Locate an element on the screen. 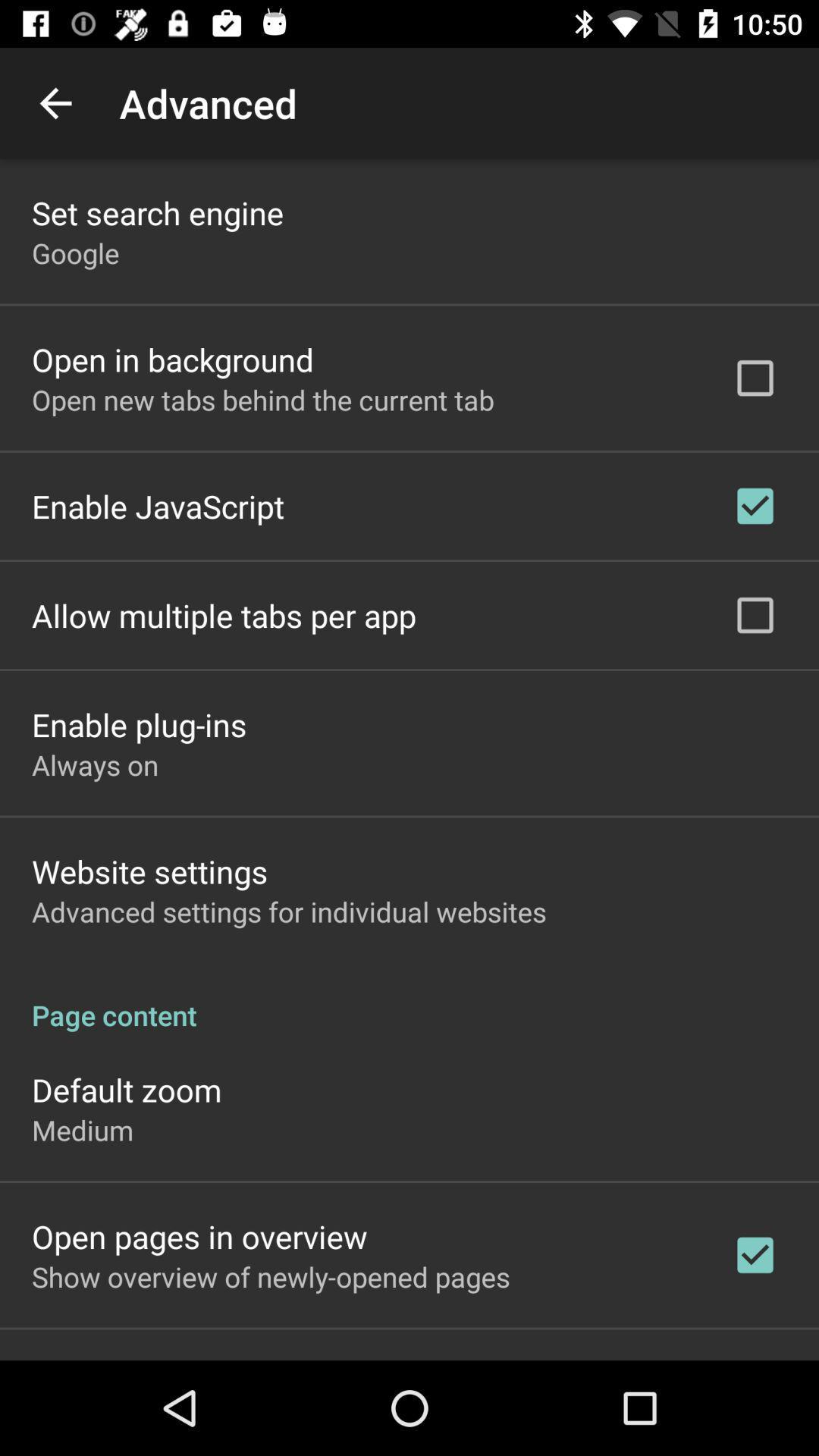  allow multiple tabs item is located at coordinates (224, 615).